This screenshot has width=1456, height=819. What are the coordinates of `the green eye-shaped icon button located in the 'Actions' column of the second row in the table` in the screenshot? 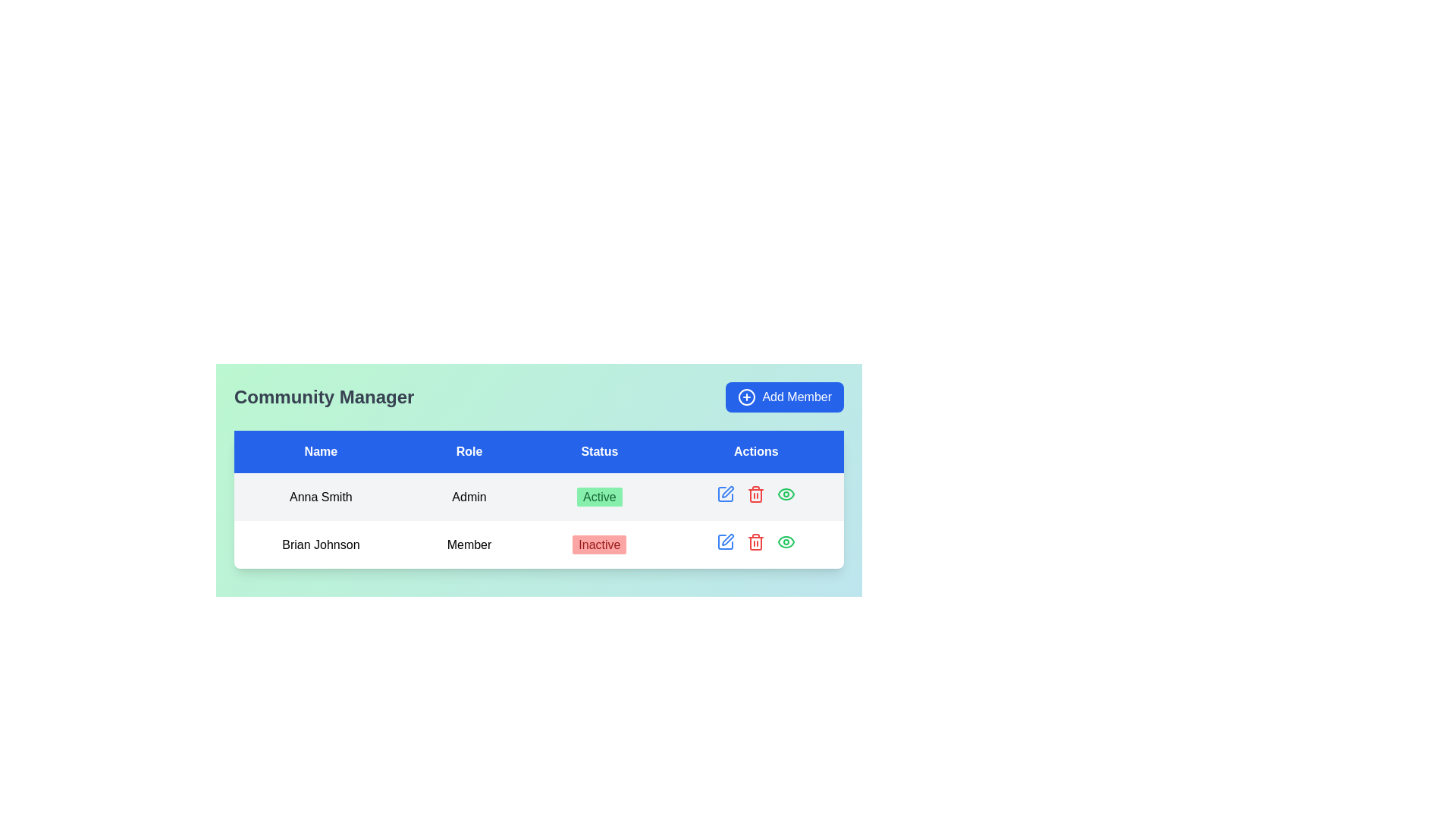 It's located at (786, 541).